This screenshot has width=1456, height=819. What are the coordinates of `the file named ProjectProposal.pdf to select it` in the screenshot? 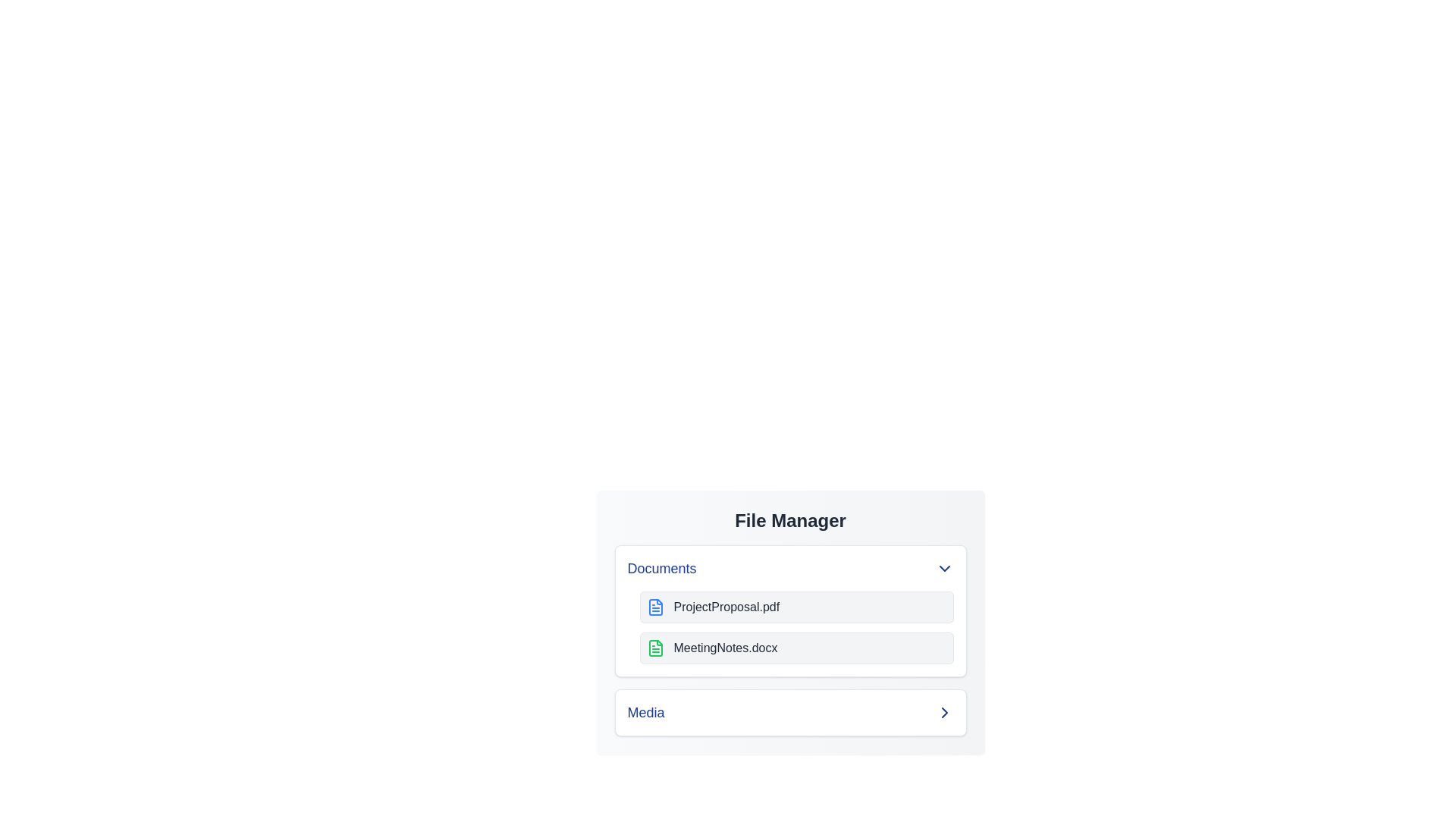 It's located at (795, 607).